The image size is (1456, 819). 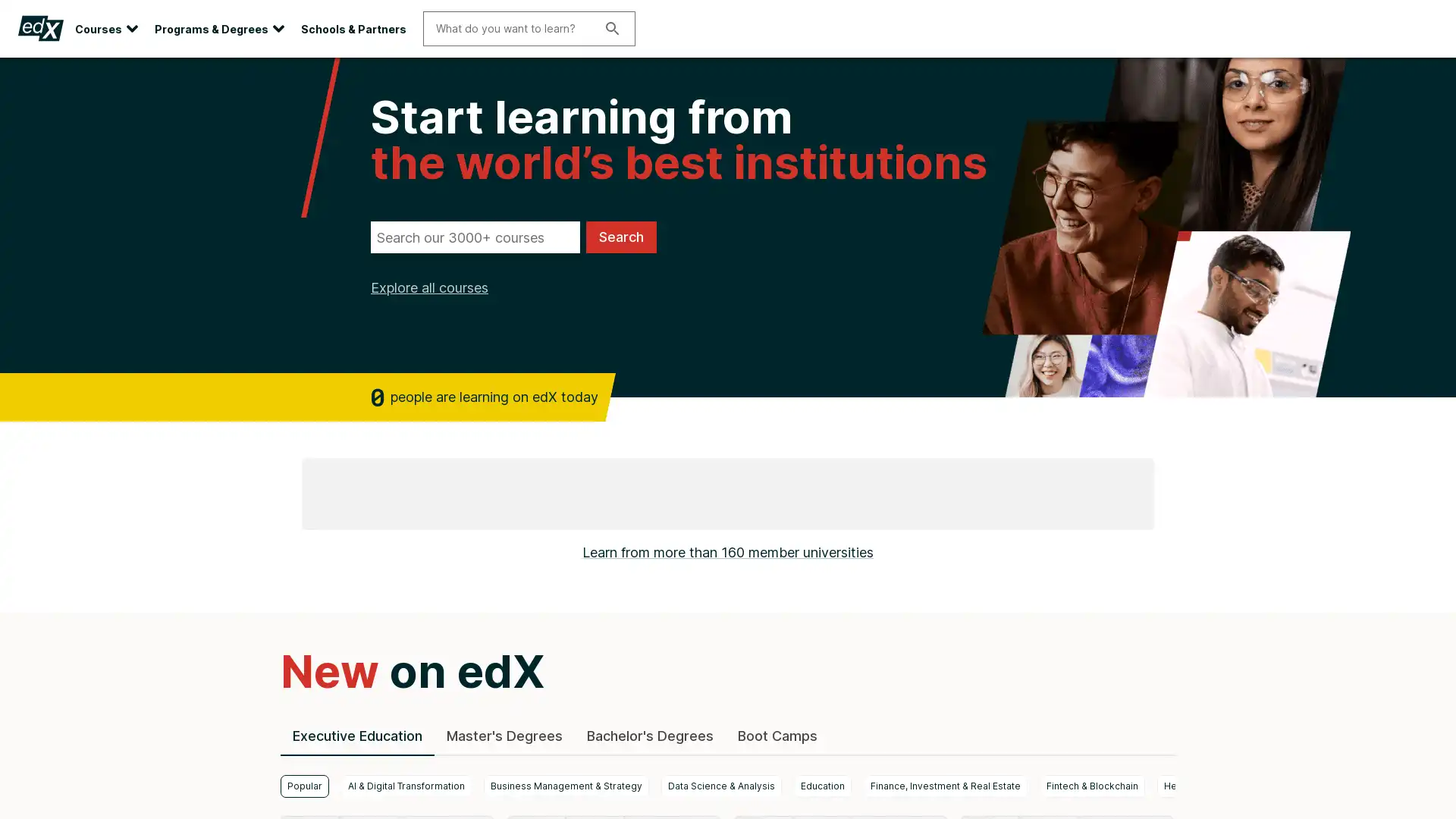 What do you see at coordinates (621, 262) in the screenshot?
I see `Search` at bounding box center [621, 262].